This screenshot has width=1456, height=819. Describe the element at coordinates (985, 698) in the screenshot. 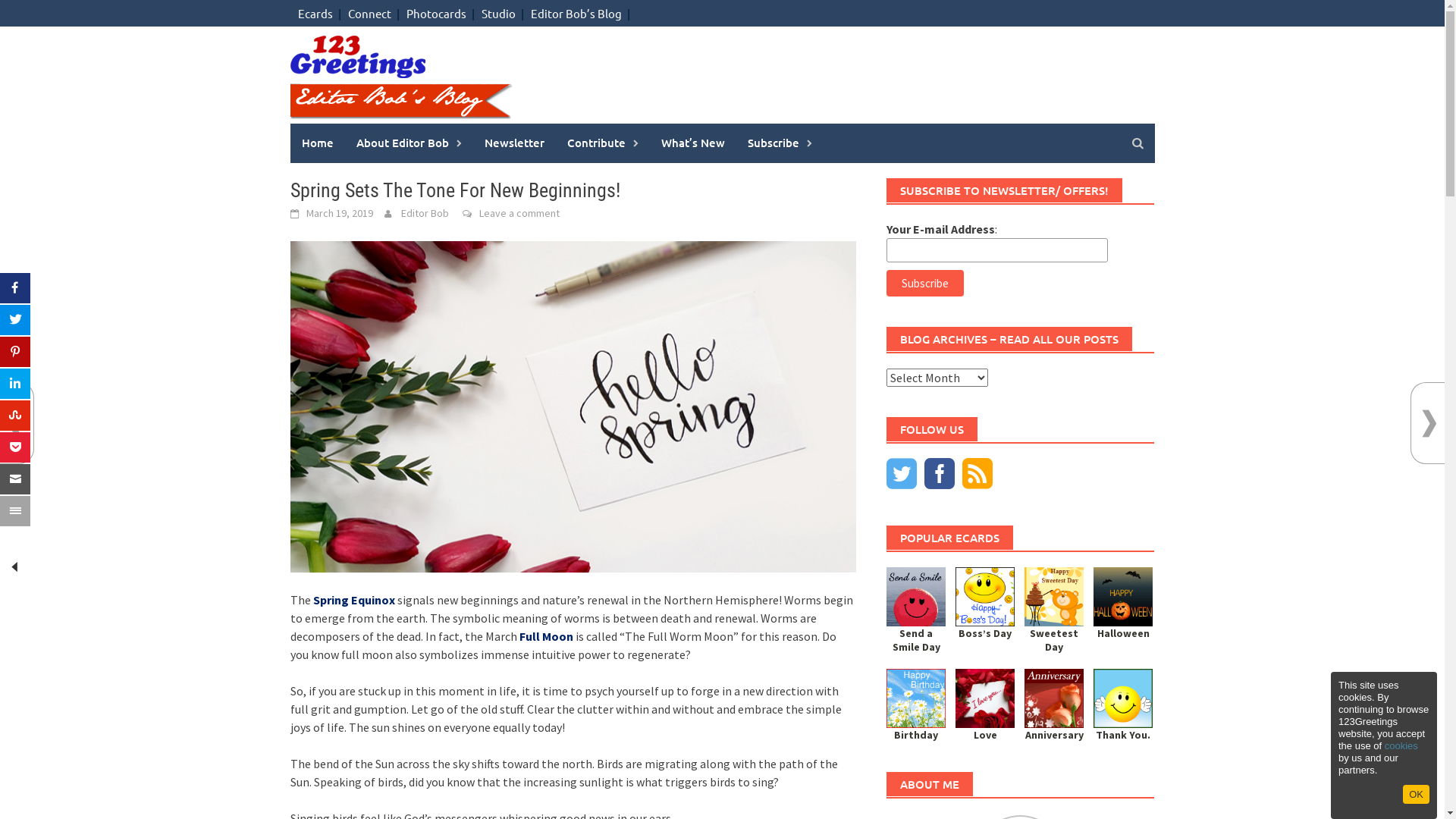

I see `'Love You Forever And Ever...'` at that location.